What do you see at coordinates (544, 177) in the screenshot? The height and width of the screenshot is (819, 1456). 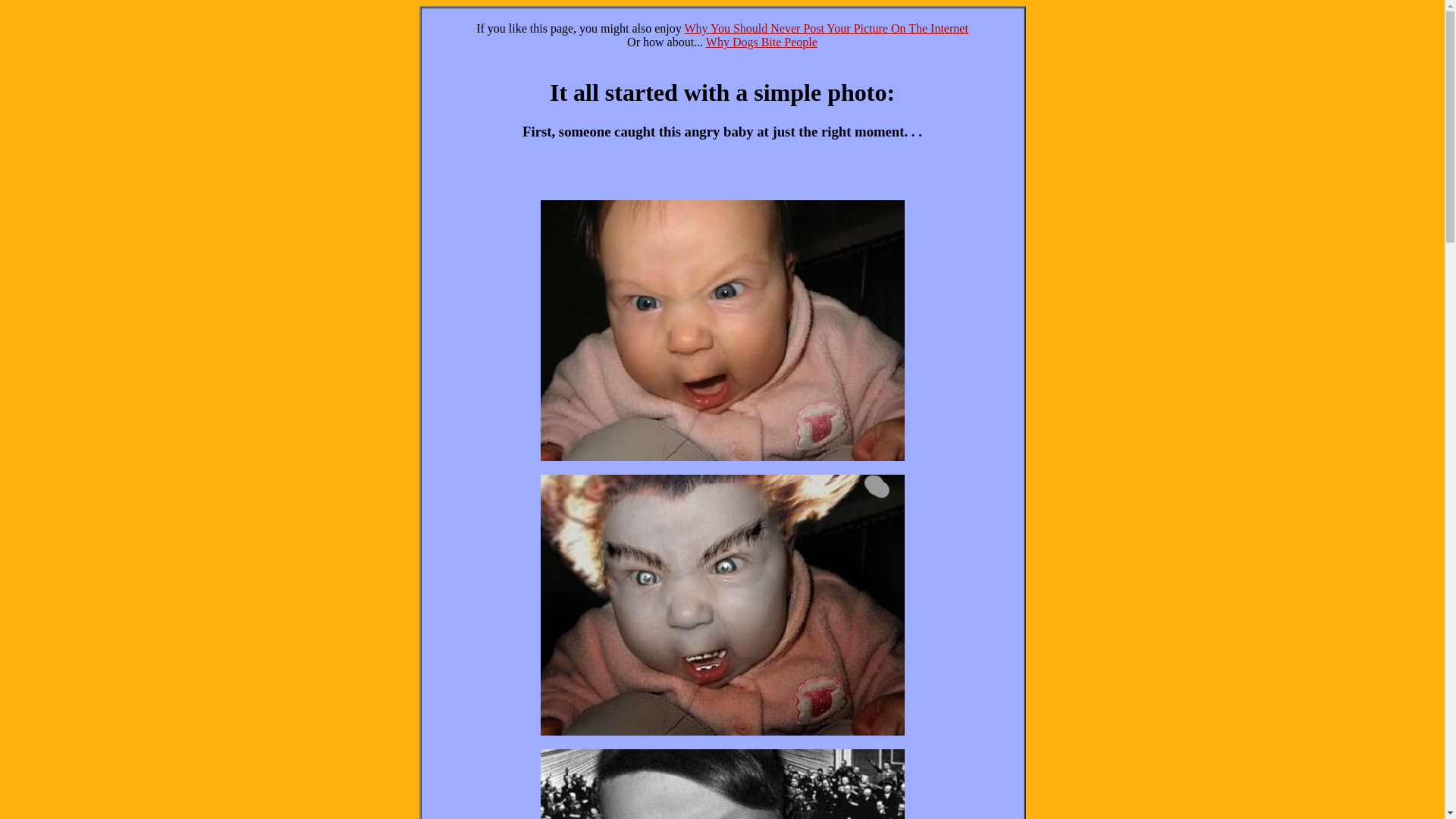 I see `'Advertisement'` at bounding box center [544, 177].